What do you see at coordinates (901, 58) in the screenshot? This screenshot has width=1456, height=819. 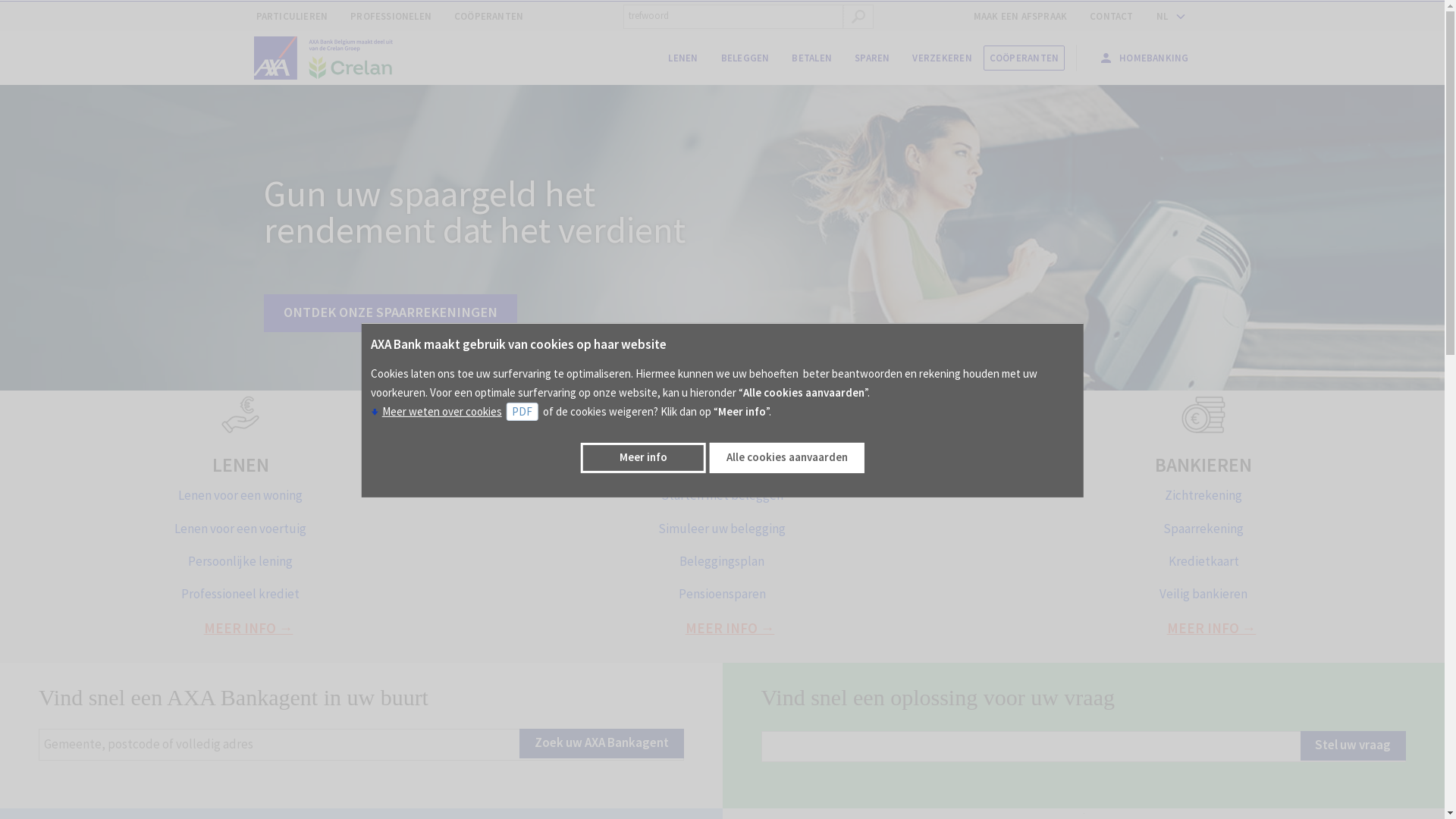 I see `'VERZEKEREN'` at bounding box center [901, 58].